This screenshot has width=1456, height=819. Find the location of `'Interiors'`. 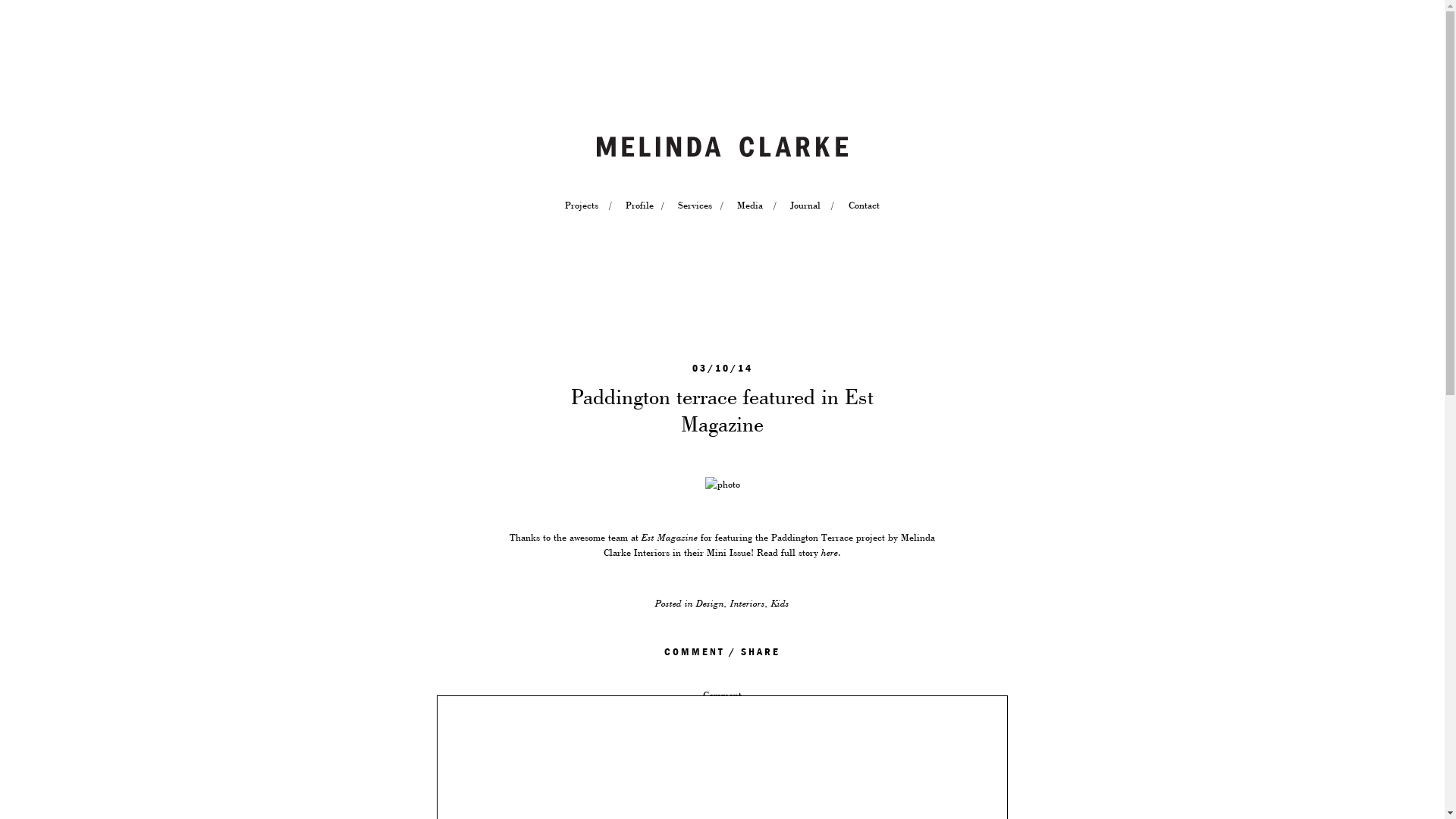

'Interiors' is located at coordinates (747, 602).